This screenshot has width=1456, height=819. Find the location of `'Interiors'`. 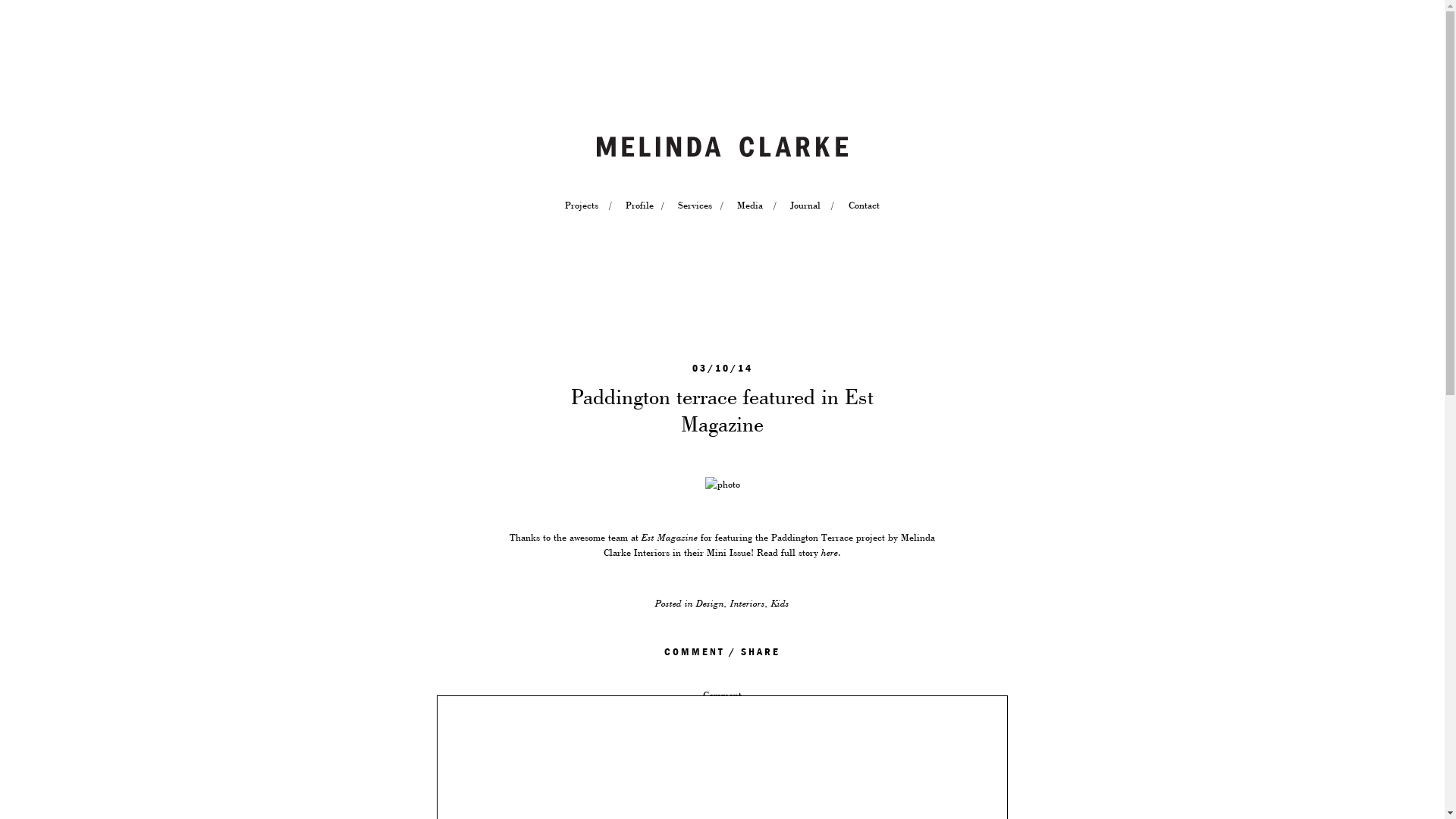

'Interiors' is located at coordinates (747, 602).